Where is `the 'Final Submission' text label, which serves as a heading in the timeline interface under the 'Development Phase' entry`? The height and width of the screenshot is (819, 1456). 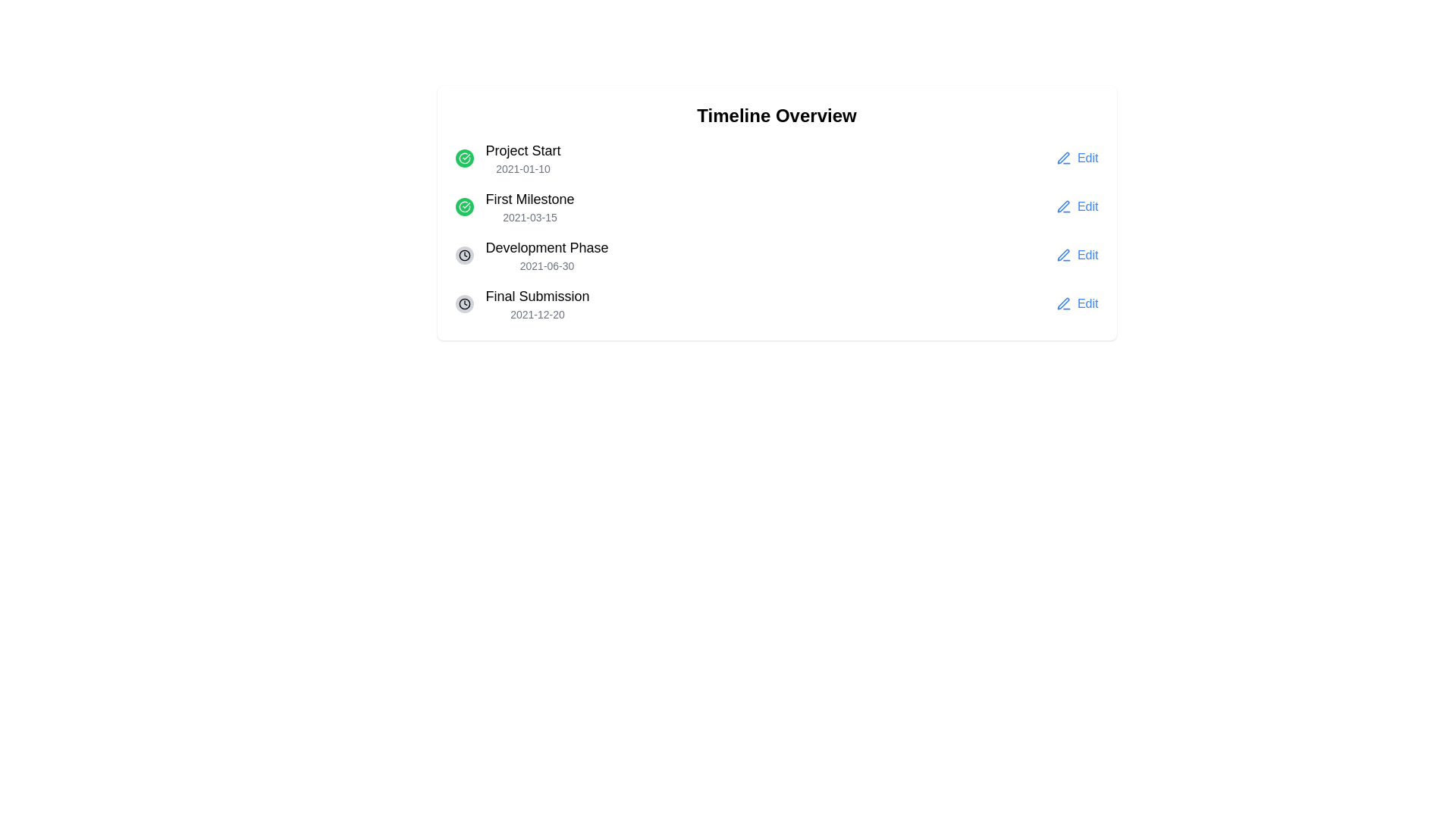 the 'Final Submission' text label, which serves as a heading in the timeline interface under the 'Development Phase' entry is located at coordinates (538, 296).